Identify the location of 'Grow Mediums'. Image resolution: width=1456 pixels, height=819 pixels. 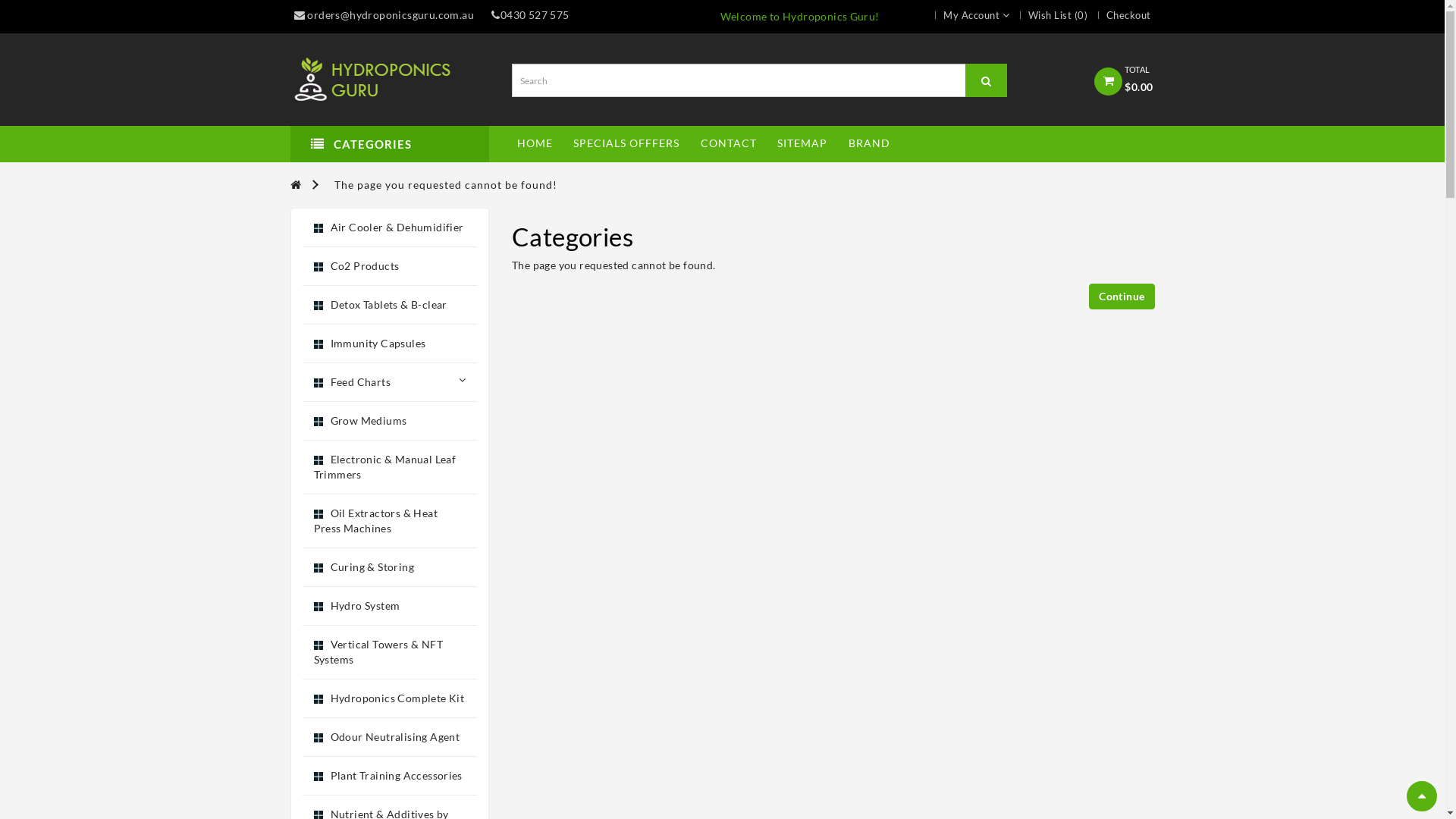
(302, 421).